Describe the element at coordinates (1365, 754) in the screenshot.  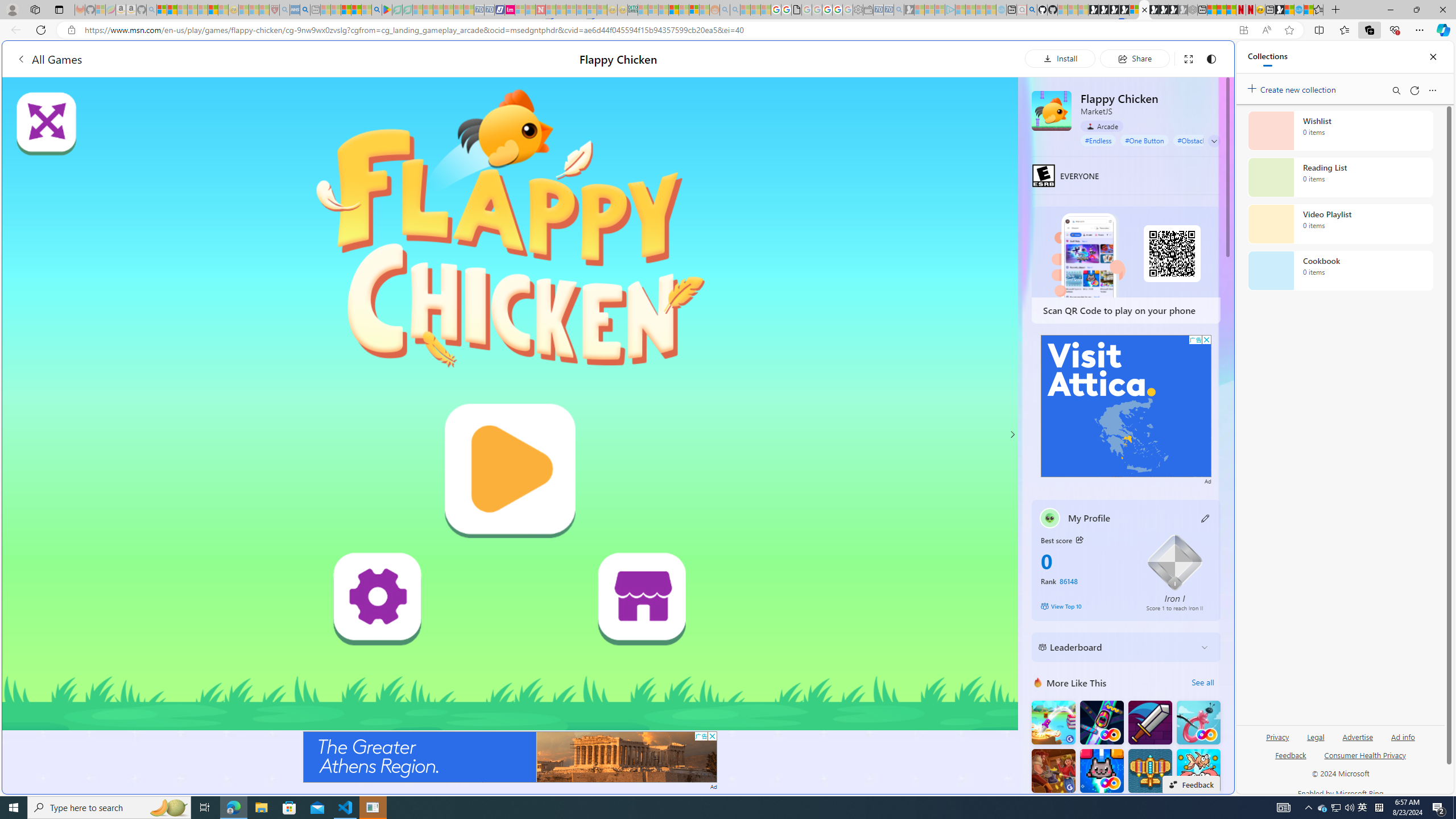
I see `'Consumer Health Privacy'` at that location.